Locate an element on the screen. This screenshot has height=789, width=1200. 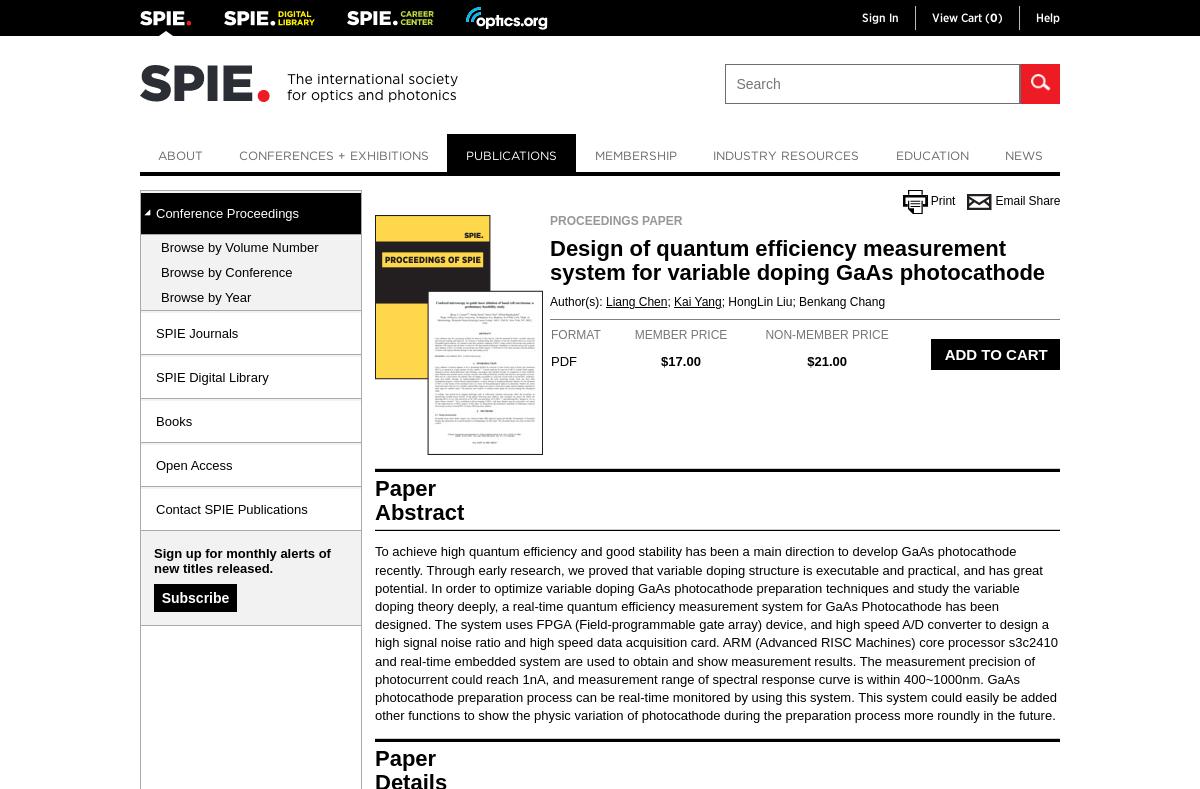
'SPIE Digital Library' is located at coordinates (211, 376).